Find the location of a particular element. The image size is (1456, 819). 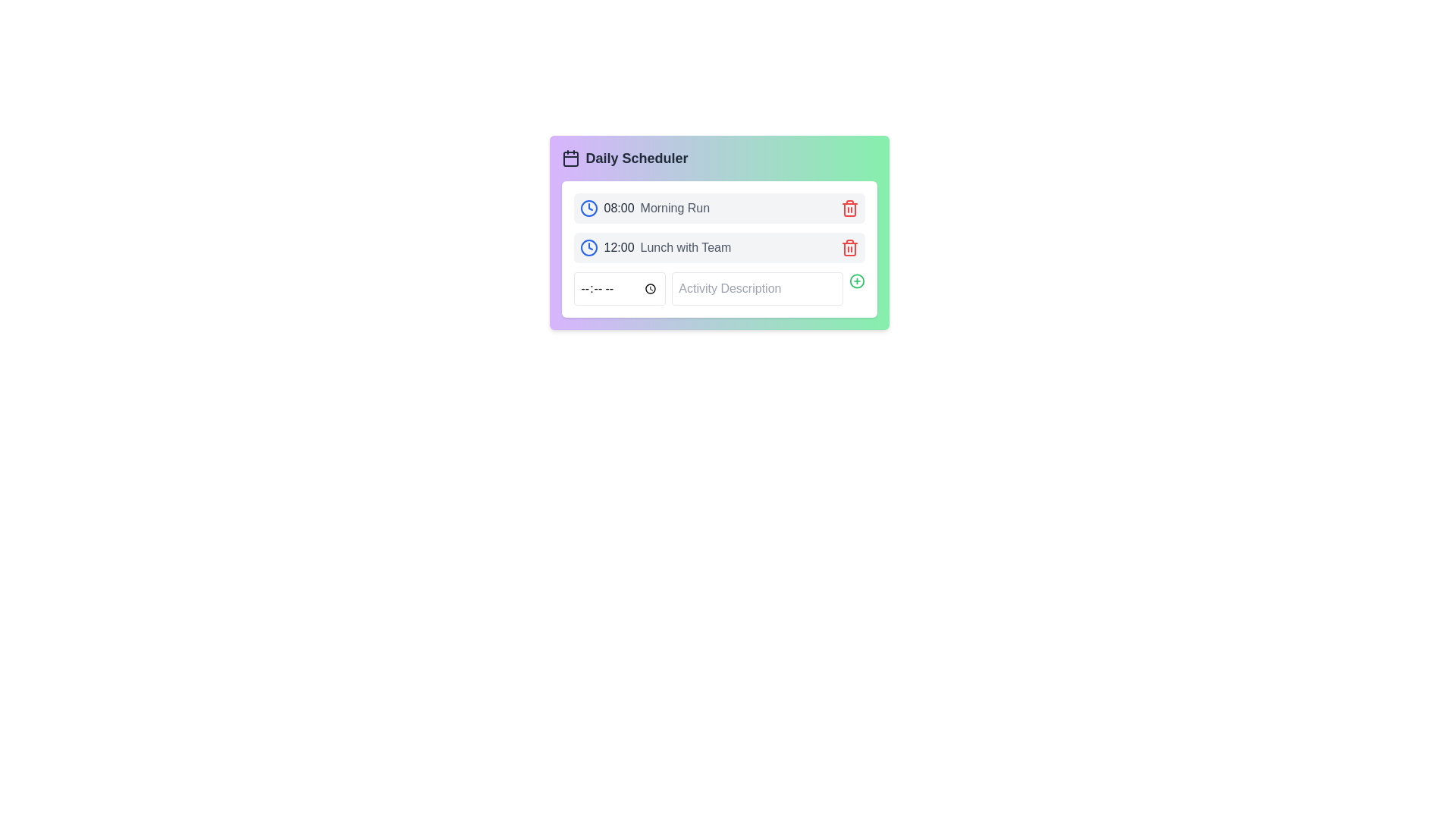

the add activity button located at the far-right of the row containing the time input field and activity description input is located at coordinates (857, 281).